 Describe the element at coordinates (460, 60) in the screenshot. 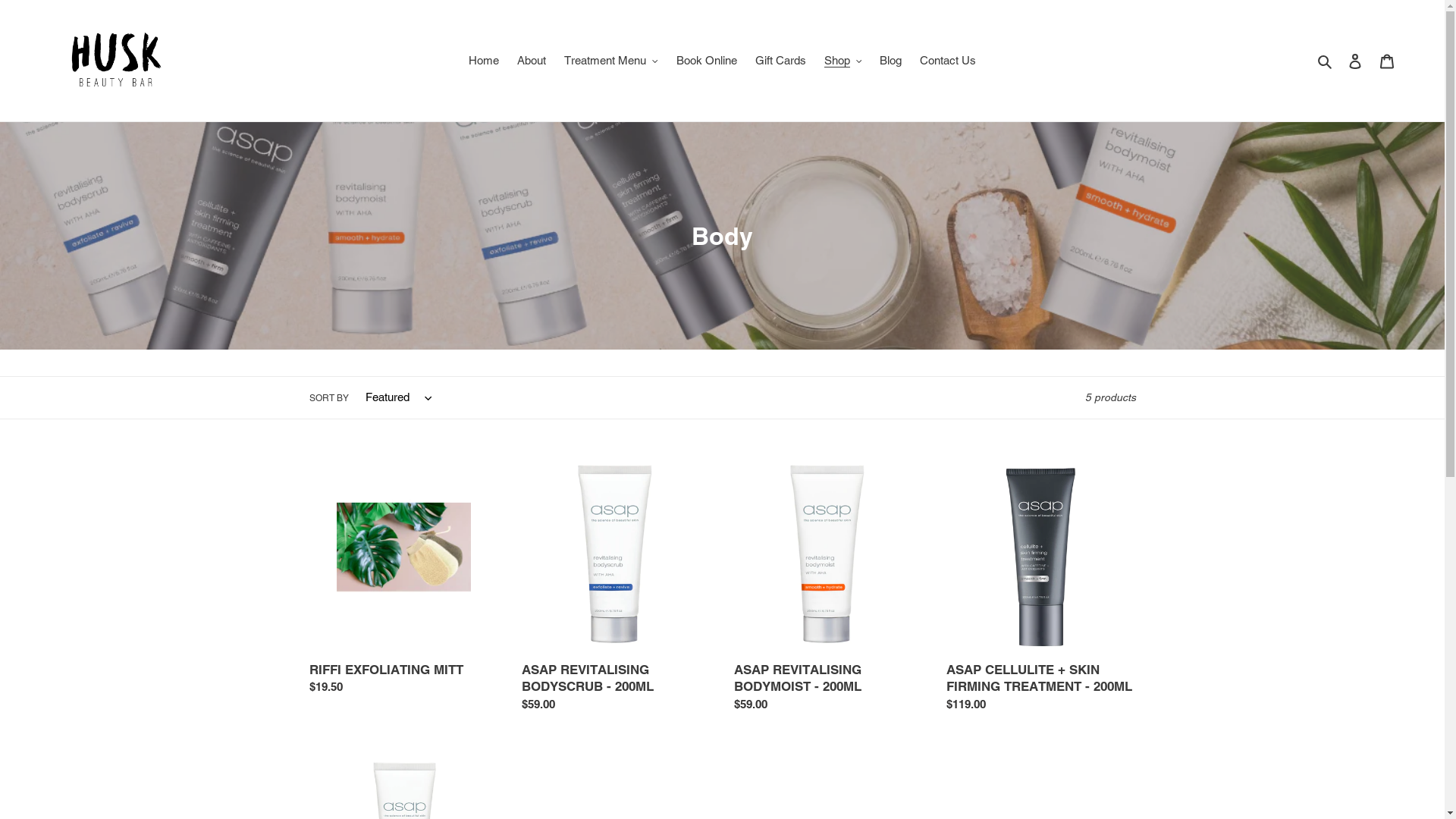

I see `'Home'` at that location.